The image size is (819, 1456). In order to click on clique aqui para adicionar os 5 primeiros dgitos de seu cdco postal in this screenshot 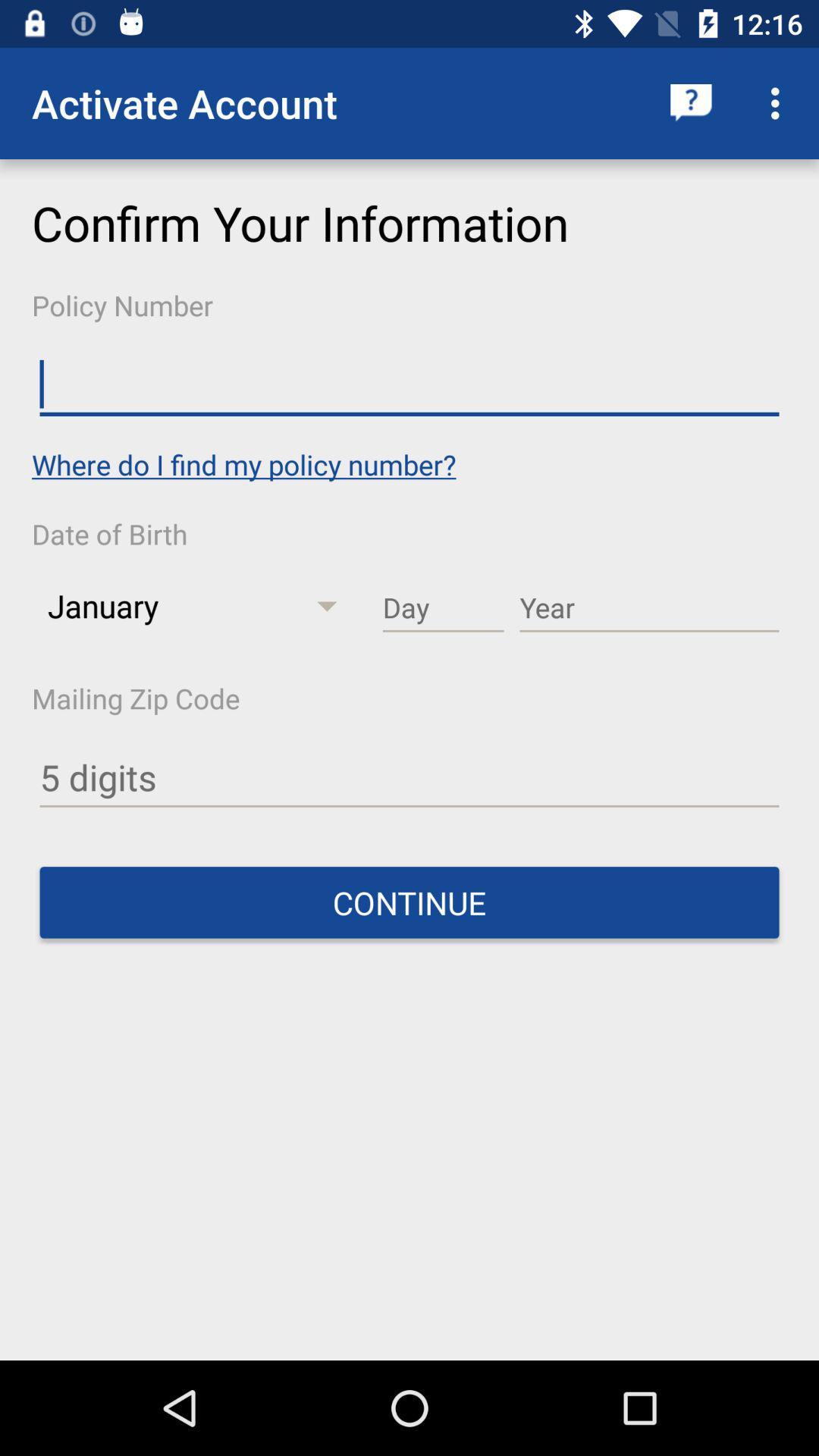, I will do `click(409, 778)`.